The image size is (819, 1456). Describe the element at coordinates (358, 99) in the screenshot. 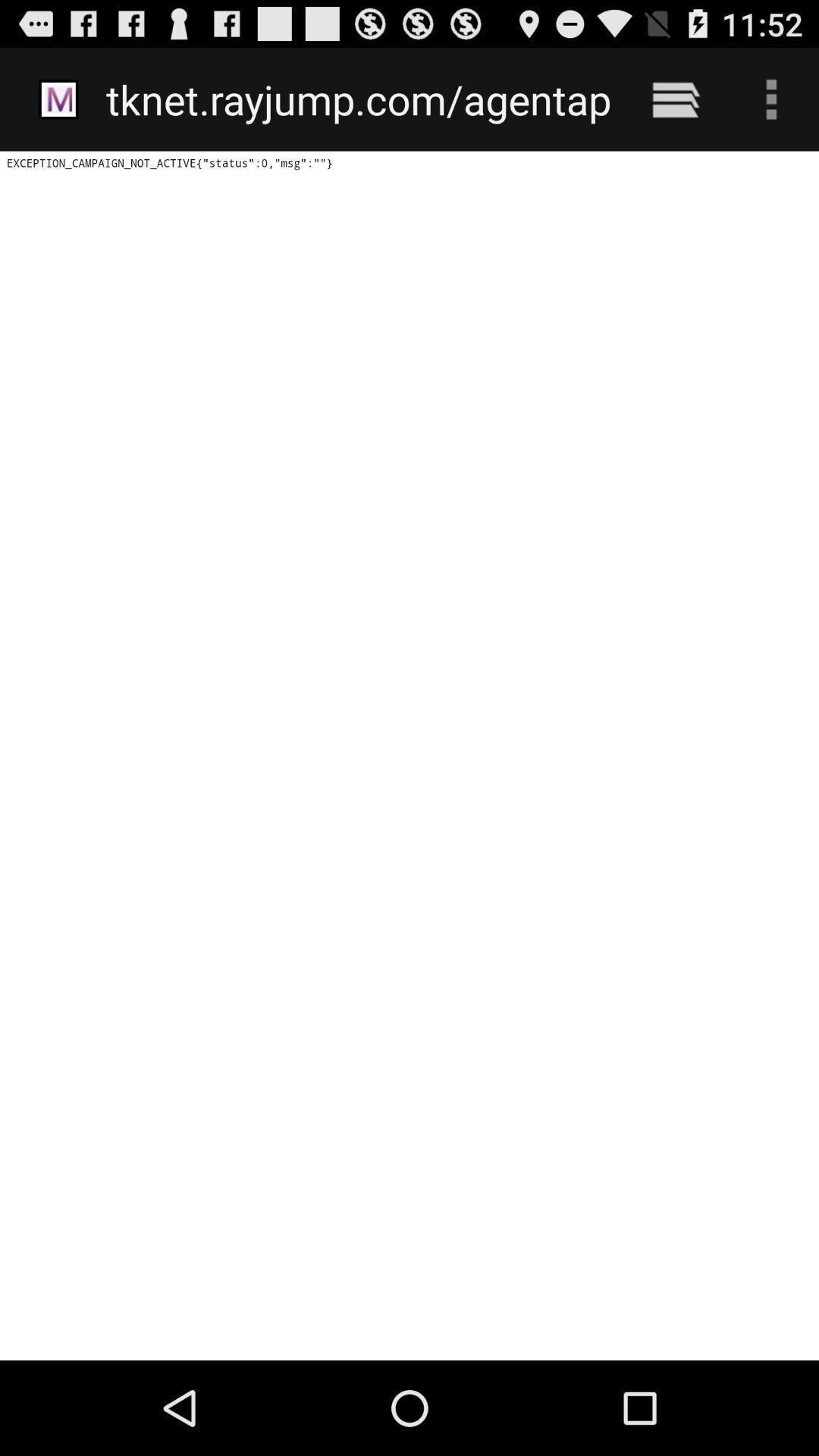

I see `the tknet rayjump com item` at that location.